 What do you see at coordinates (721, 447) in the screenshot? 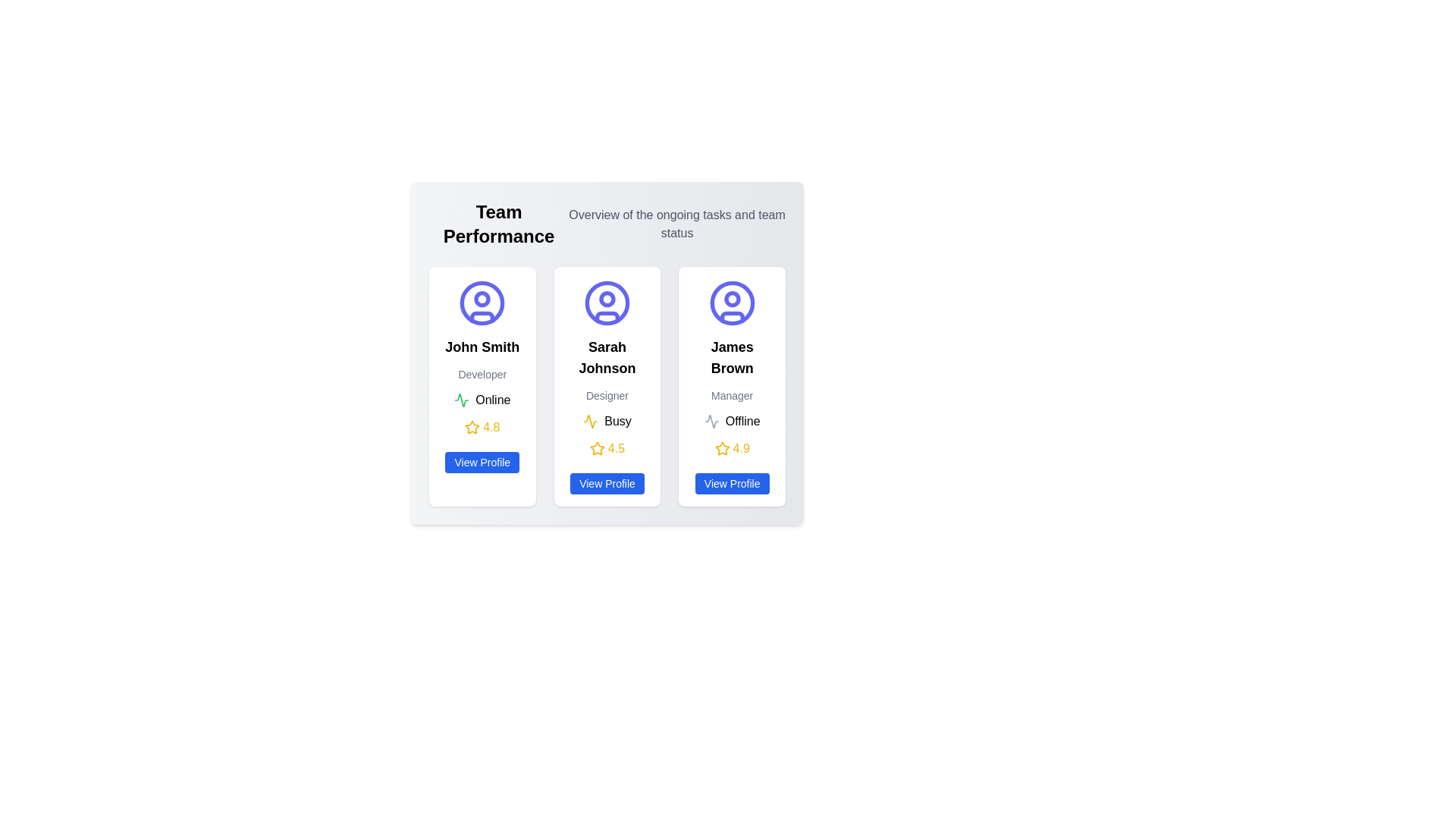
I see `the small yellow star icon located below the 'Offline' text and to the left of the red '4.9' text in the third profile card` at bounding box center [721, 447].